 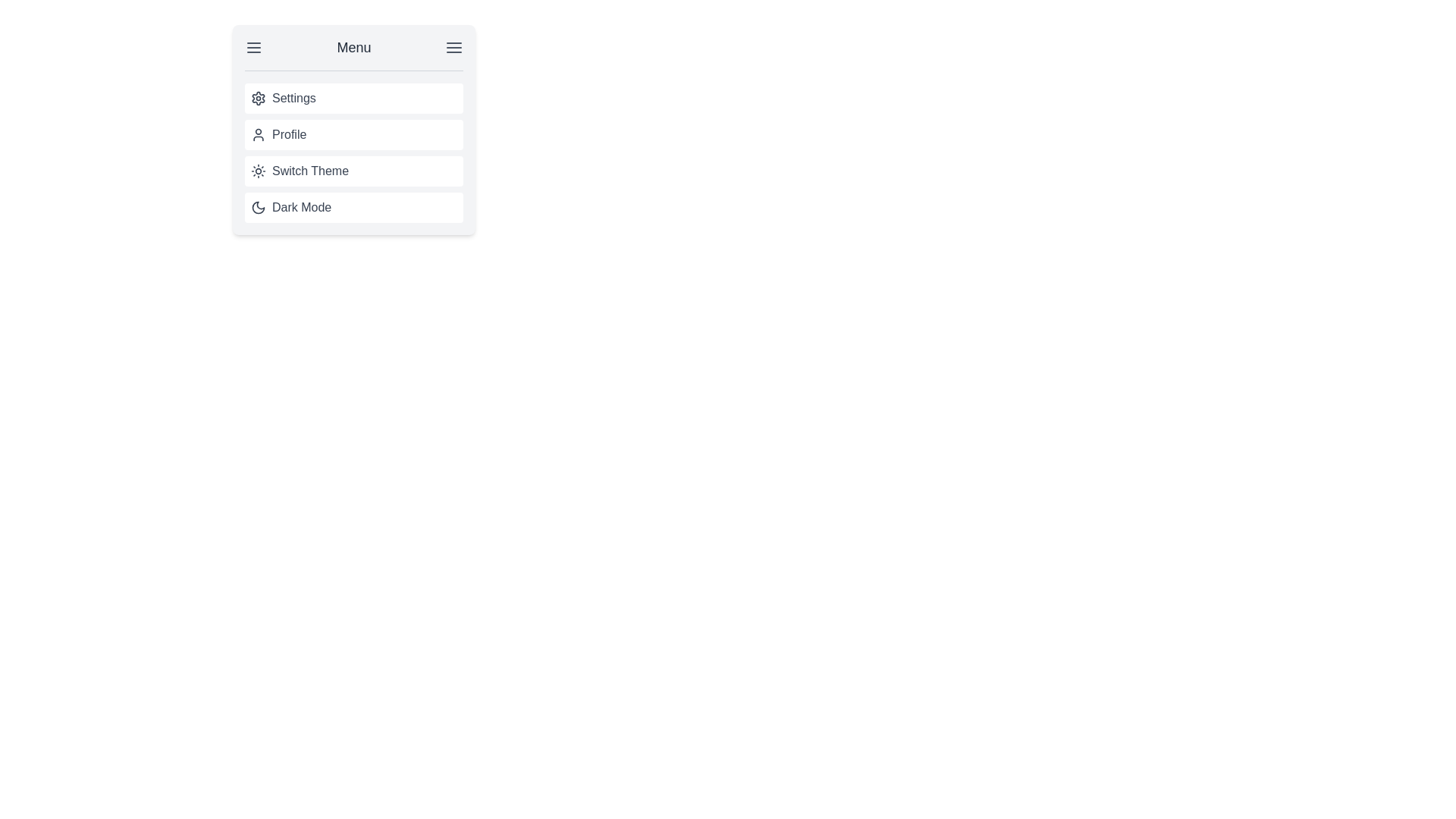 I want to click on the 'Profile' menu item located within the menu card, so click(x=353, y=129).